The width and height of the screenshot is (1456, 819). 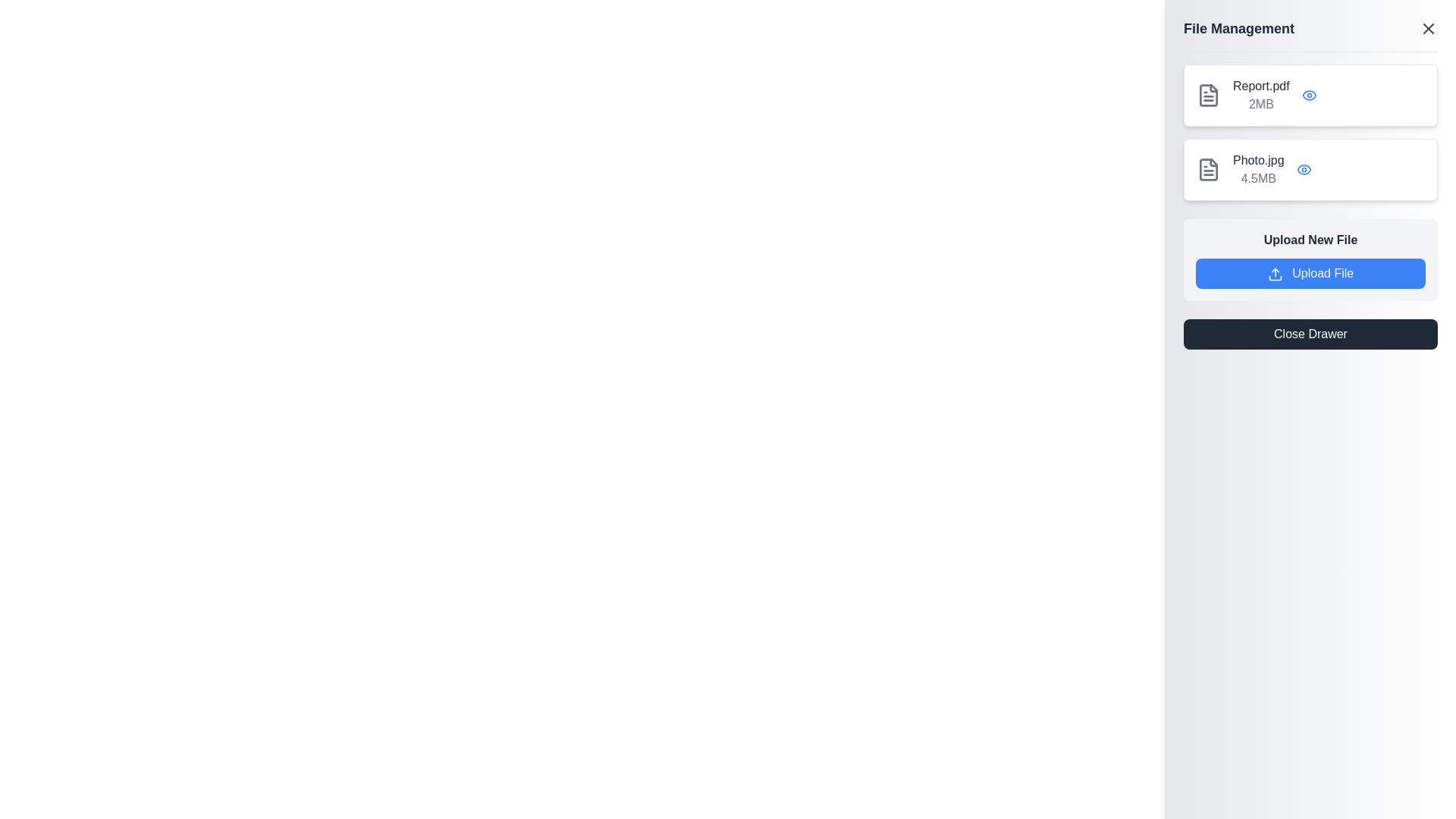 I want to click on the 'Upload' button located within the 'Upload New File' card to initiate the file upload process, so click(x=1310, y=274).